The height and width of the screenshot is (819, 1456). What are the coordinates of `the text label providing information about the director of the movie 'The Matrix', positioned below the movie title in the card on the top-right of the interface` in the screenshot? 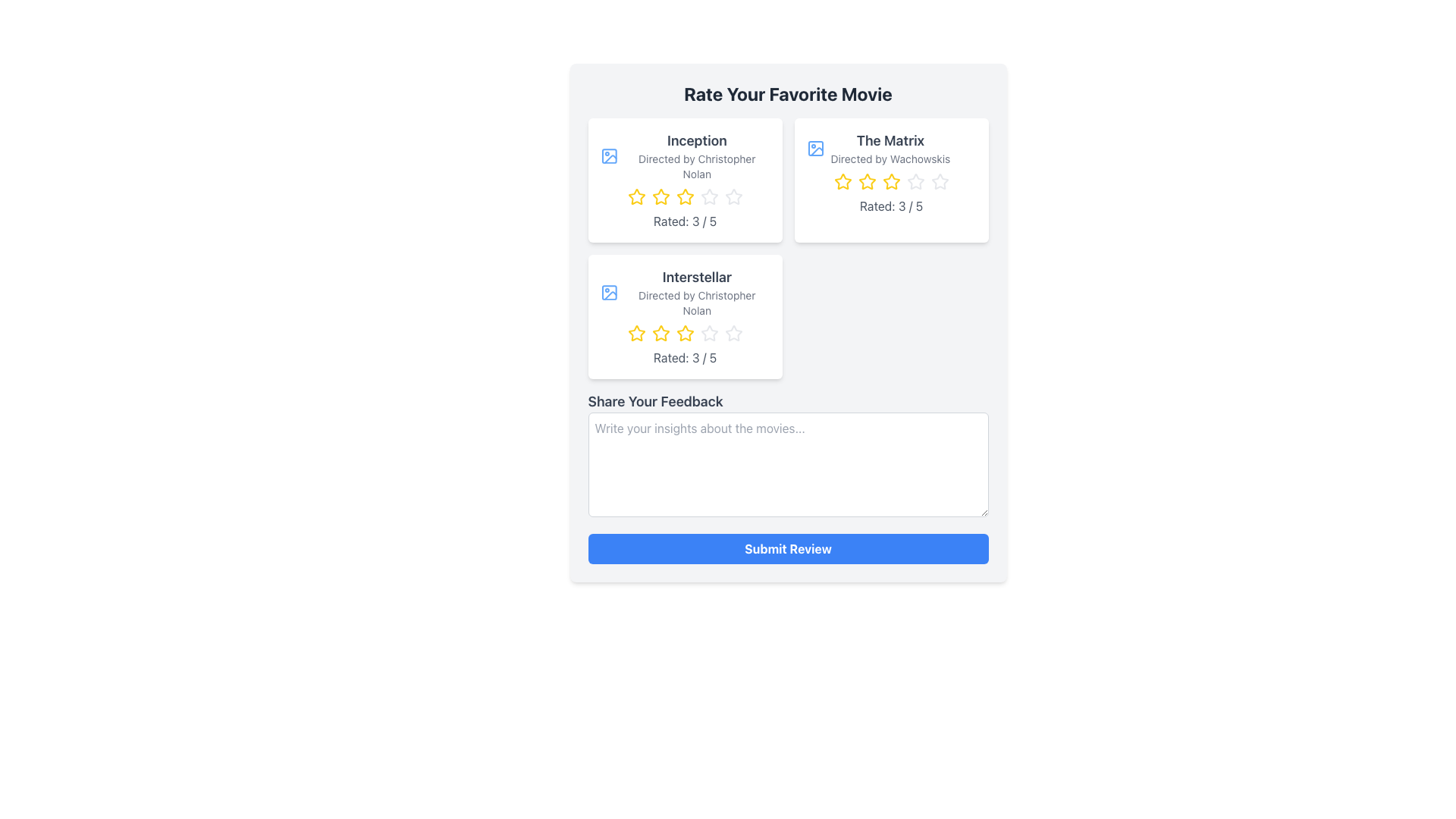 It's located at (890, 158).